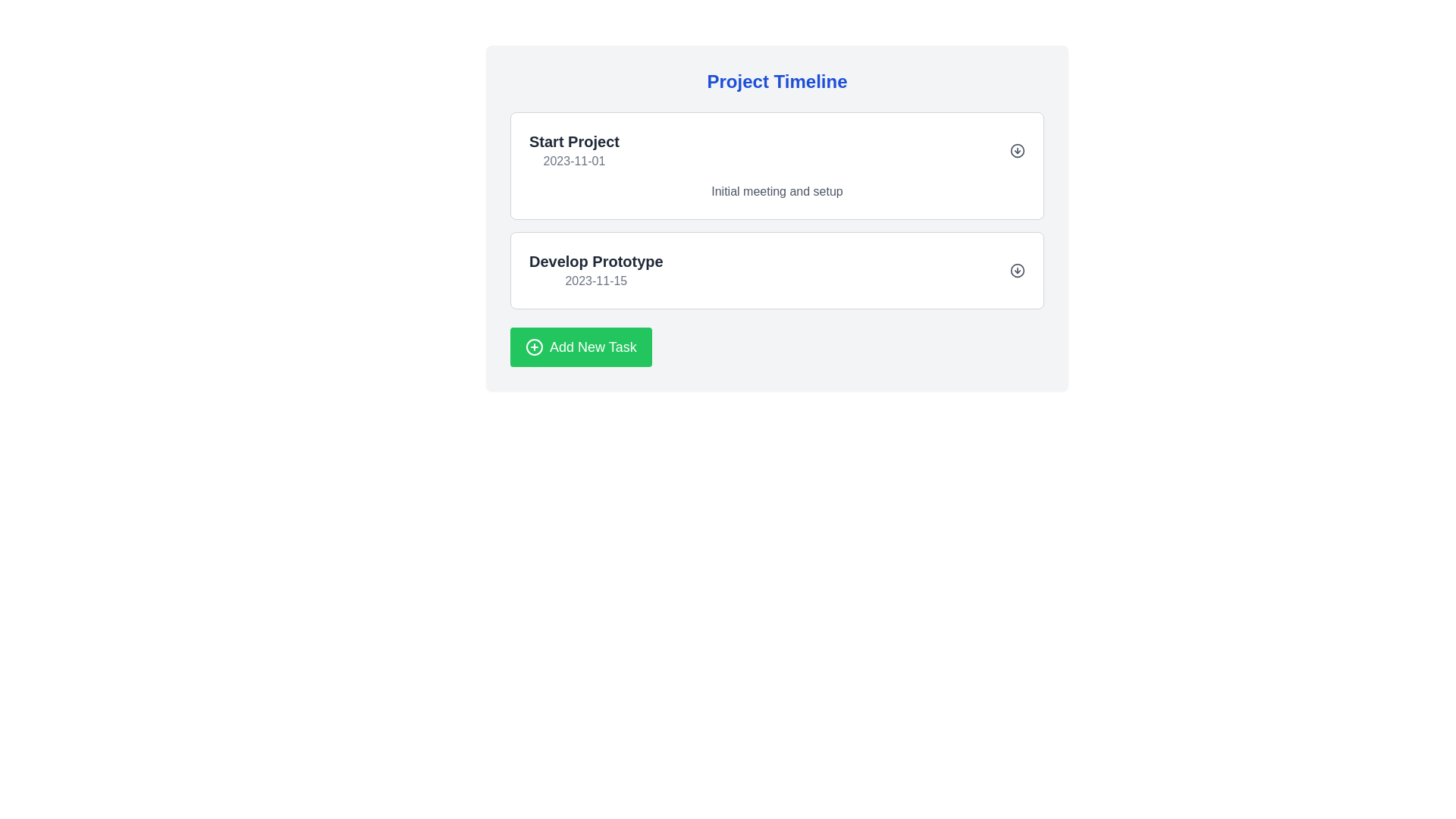  What do you see at coordinates (535, 347) in the screenshot?
I see `the decorative SVG graphic (circle shape) located centrally within the green 'Add New Task' button, positioned below the list of tasks` at bounding box center [535, 347].